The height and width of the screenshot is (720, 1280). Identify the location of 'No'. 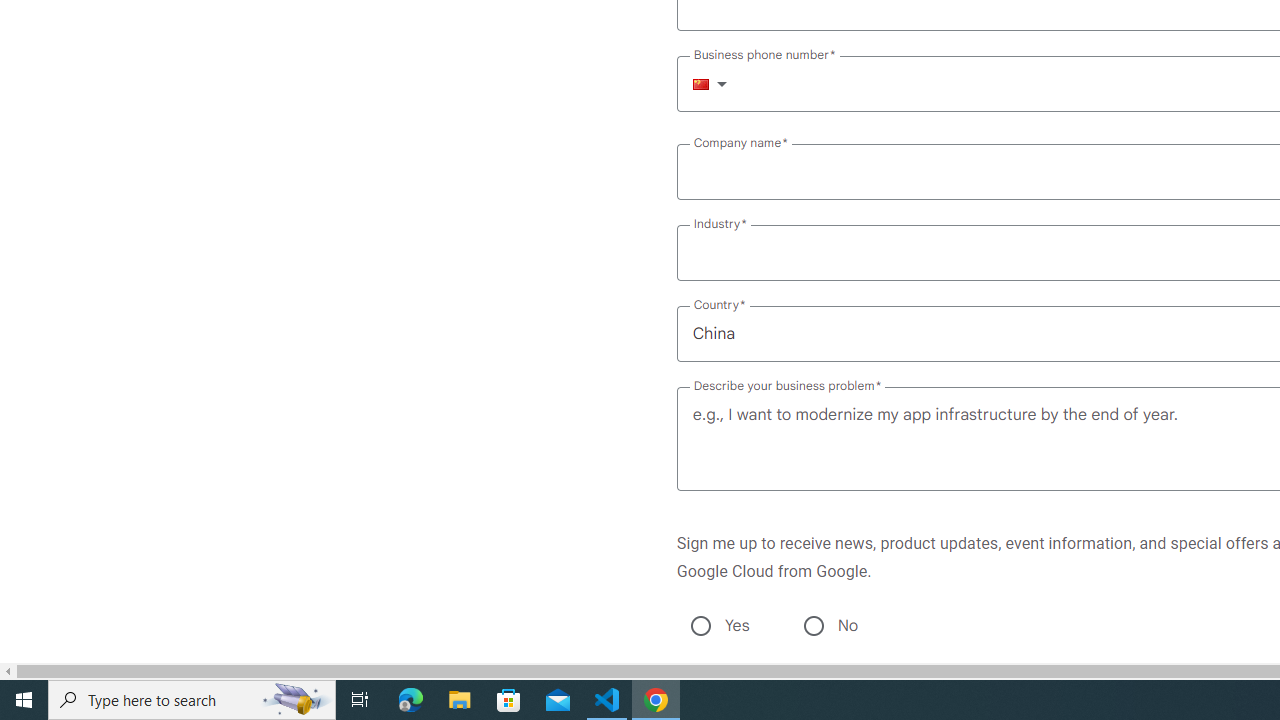
(813, 625).